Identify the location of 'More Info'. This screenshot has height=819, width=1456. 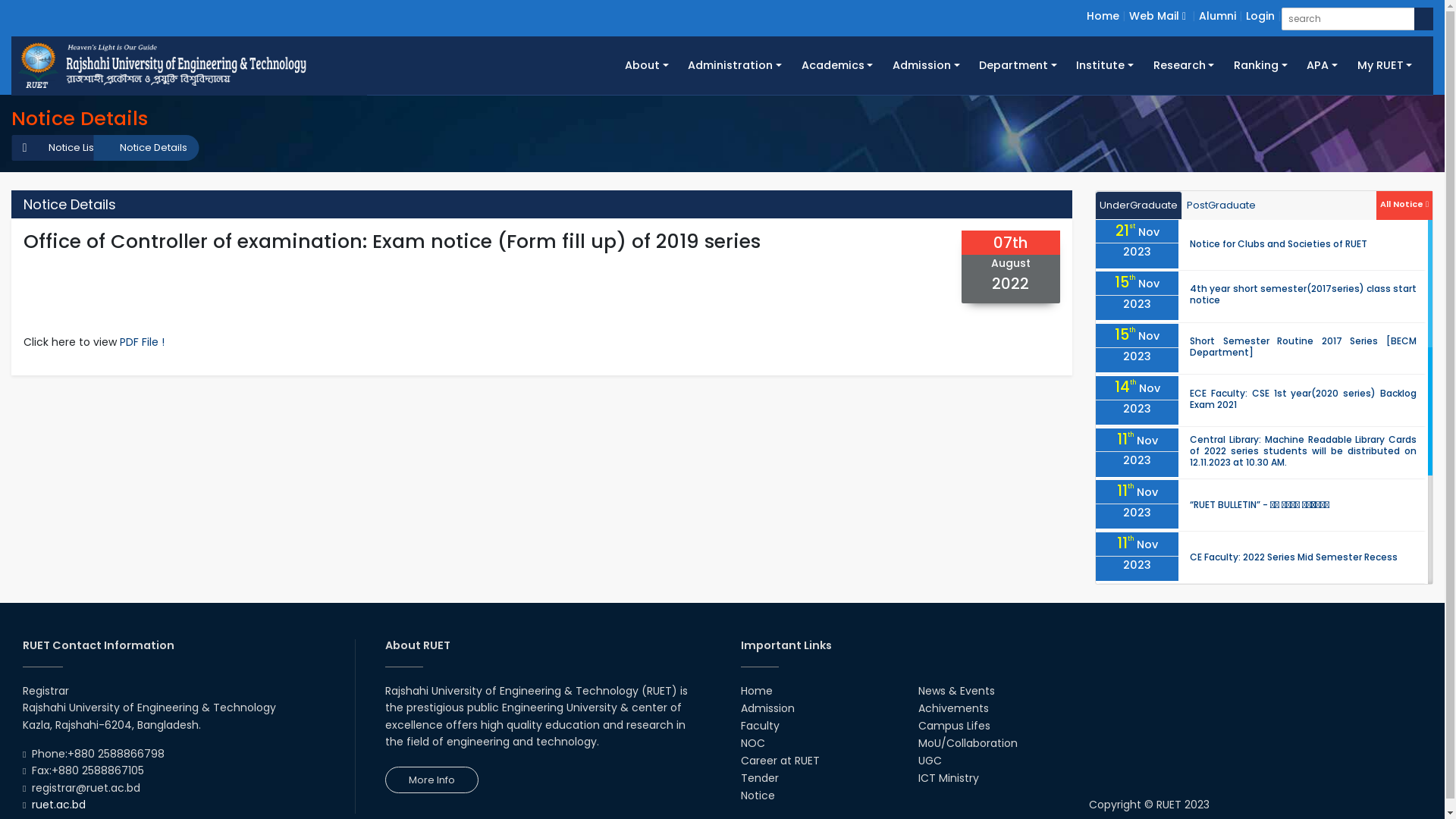
(431, 780).